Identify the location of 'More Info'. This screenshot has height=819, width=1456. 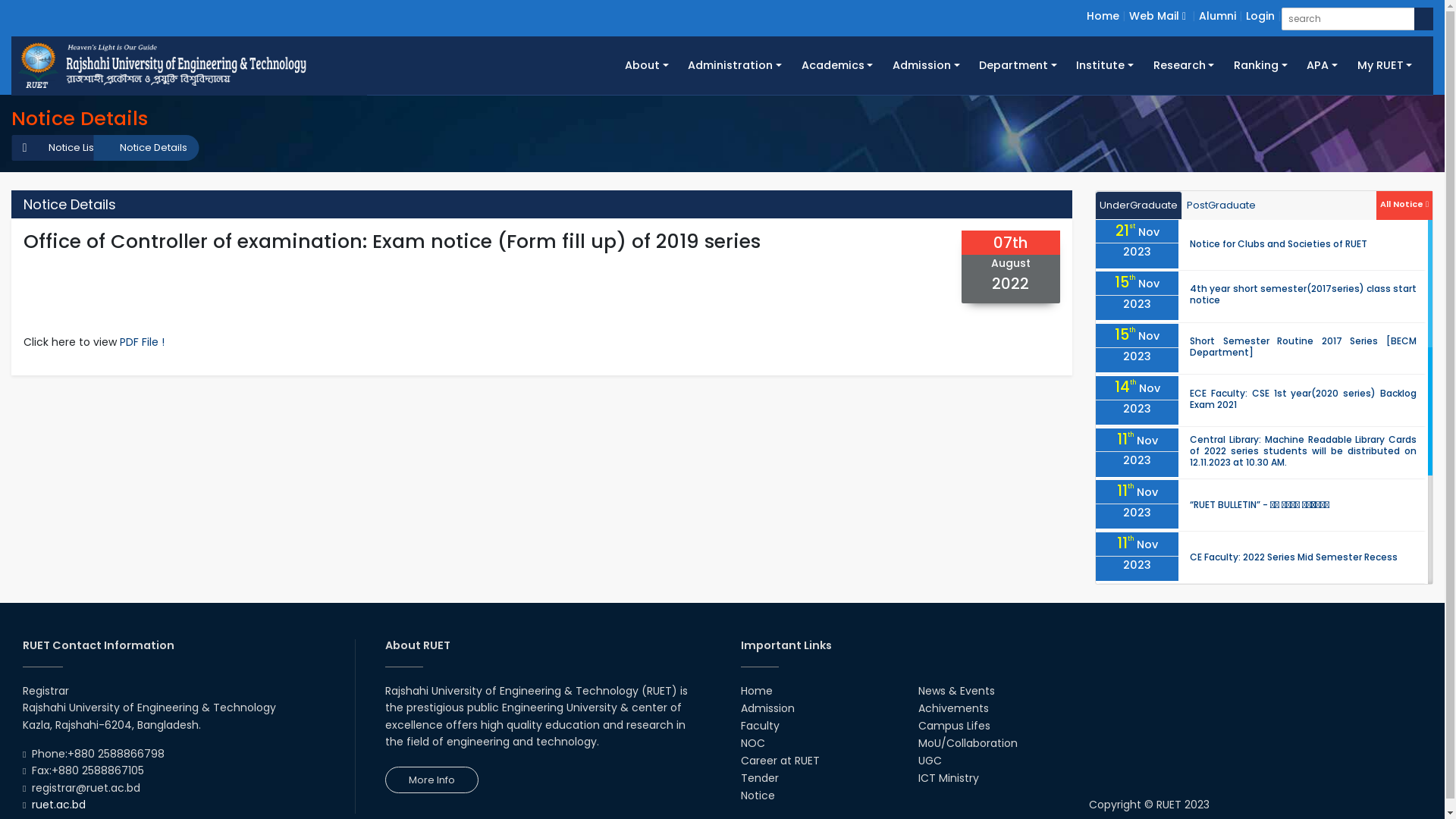
(431, 780).